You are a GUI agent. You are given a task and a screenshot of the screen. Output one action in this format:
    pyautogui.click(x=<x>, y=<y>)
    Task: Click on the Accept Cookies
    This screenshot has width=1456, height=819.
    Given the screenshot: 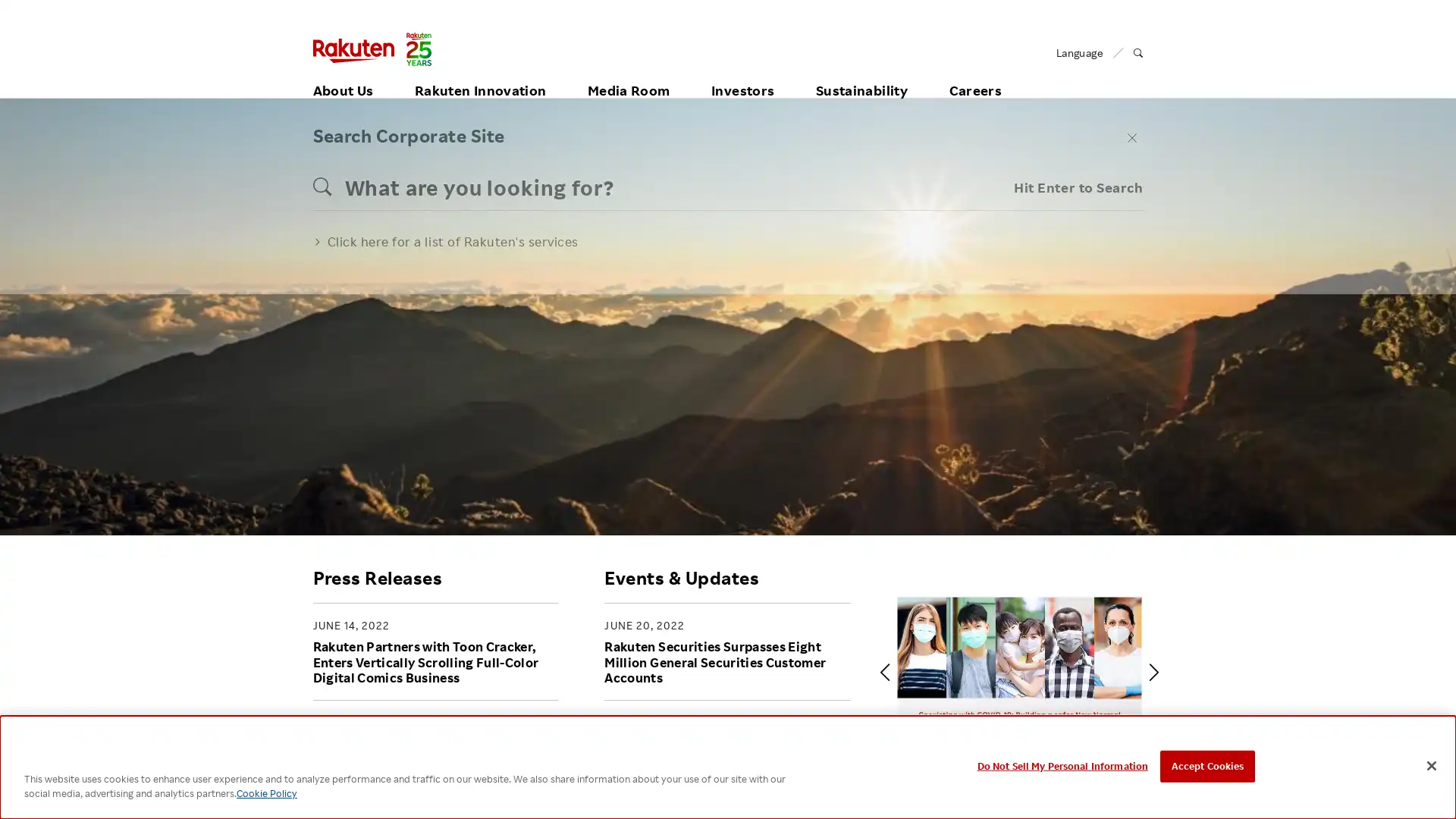 What is the action you would take?
    pyautogui.click(x=1207, y=766)
    